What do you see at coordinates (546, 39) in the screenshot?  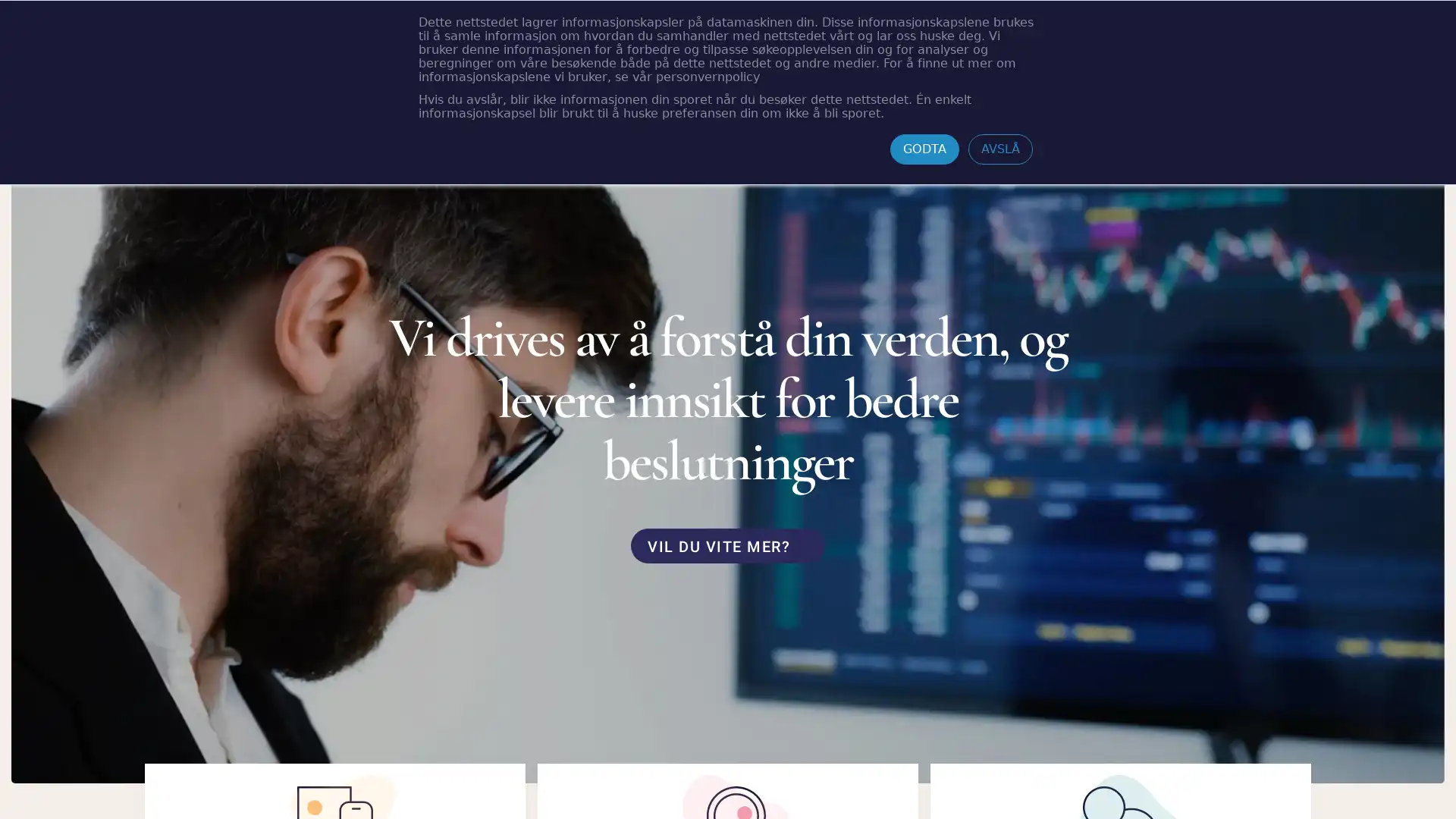 I see `TJENESTER` at bounding box center [546, 39].